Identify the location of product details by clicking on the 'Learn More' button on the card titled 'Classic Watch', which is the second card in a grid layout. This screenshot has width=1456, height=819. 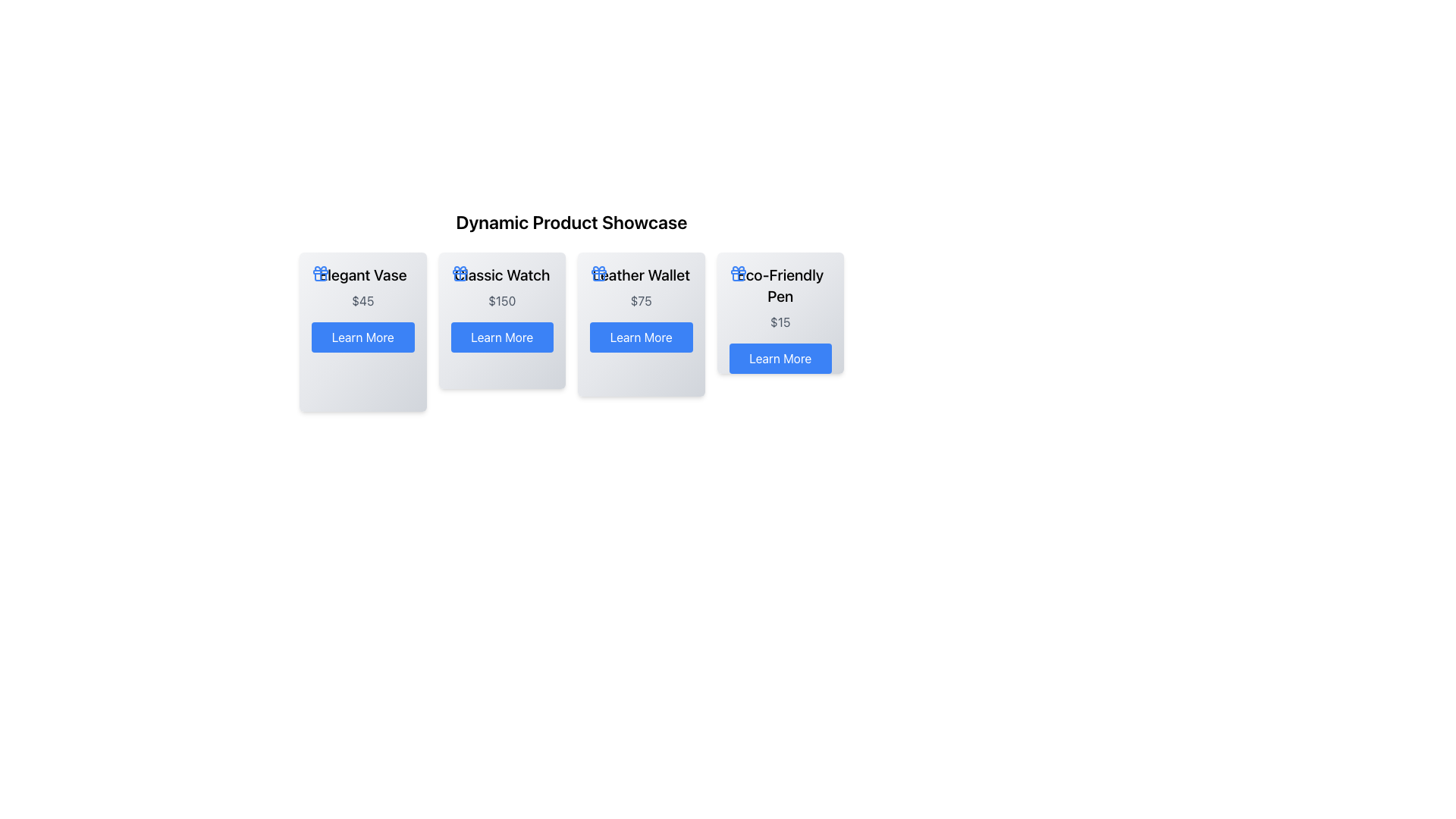
(502, 320).